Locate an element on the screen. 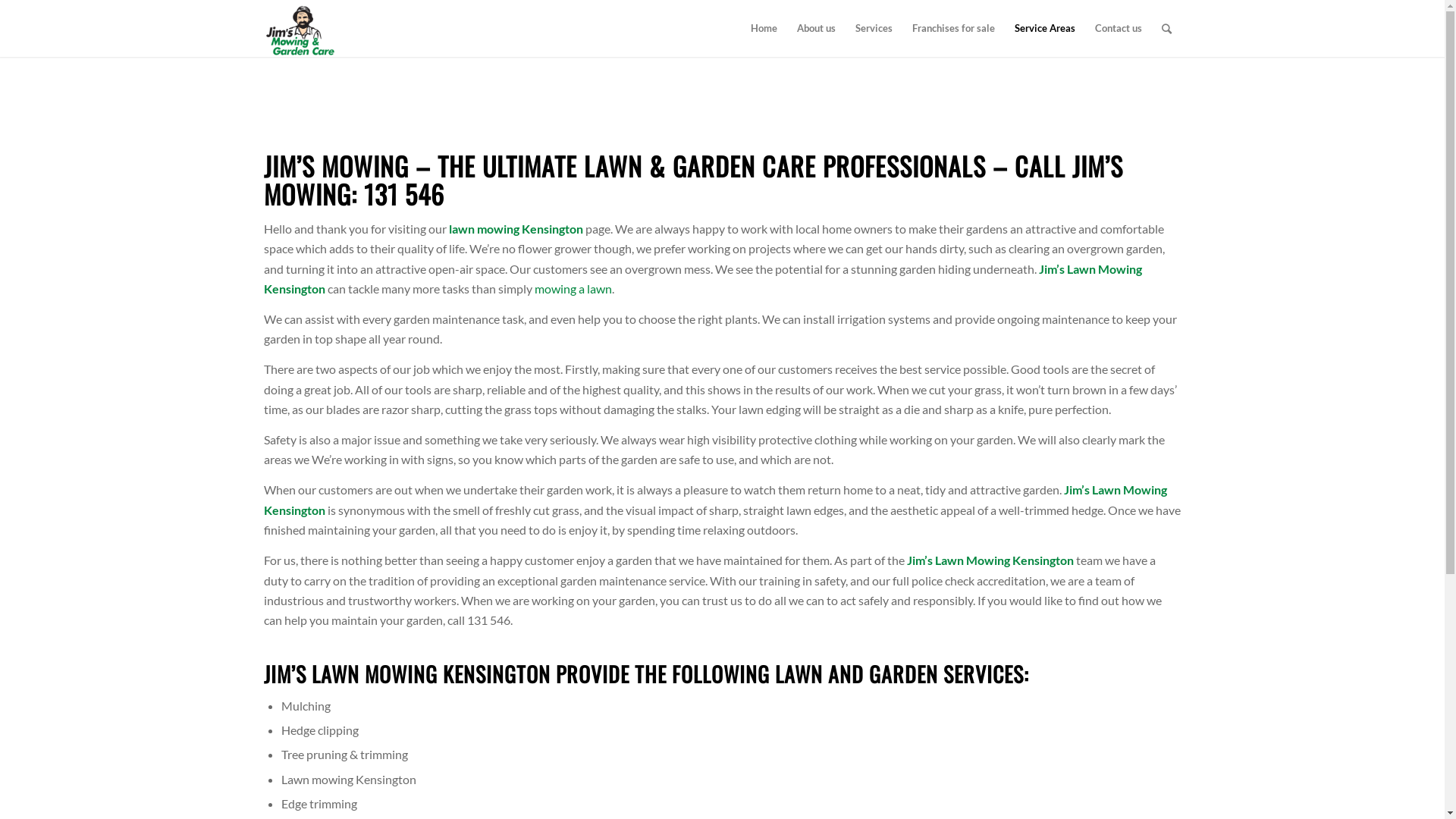  'Service Areas' is located at coordinates (1043, 28).